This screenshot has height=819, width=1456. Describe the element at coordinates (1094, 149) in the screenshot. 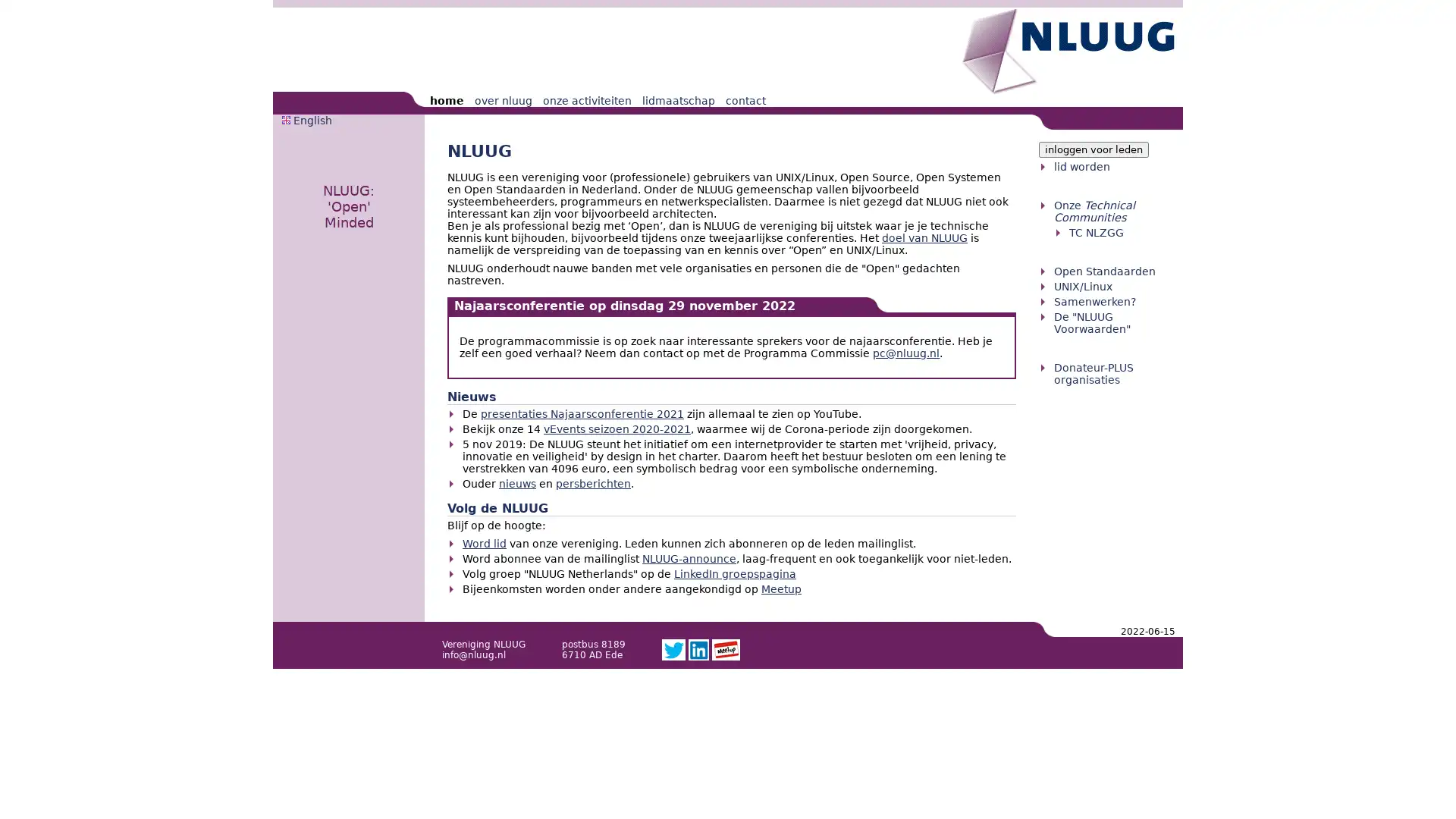

I see `inloggen voor leden` at that location.